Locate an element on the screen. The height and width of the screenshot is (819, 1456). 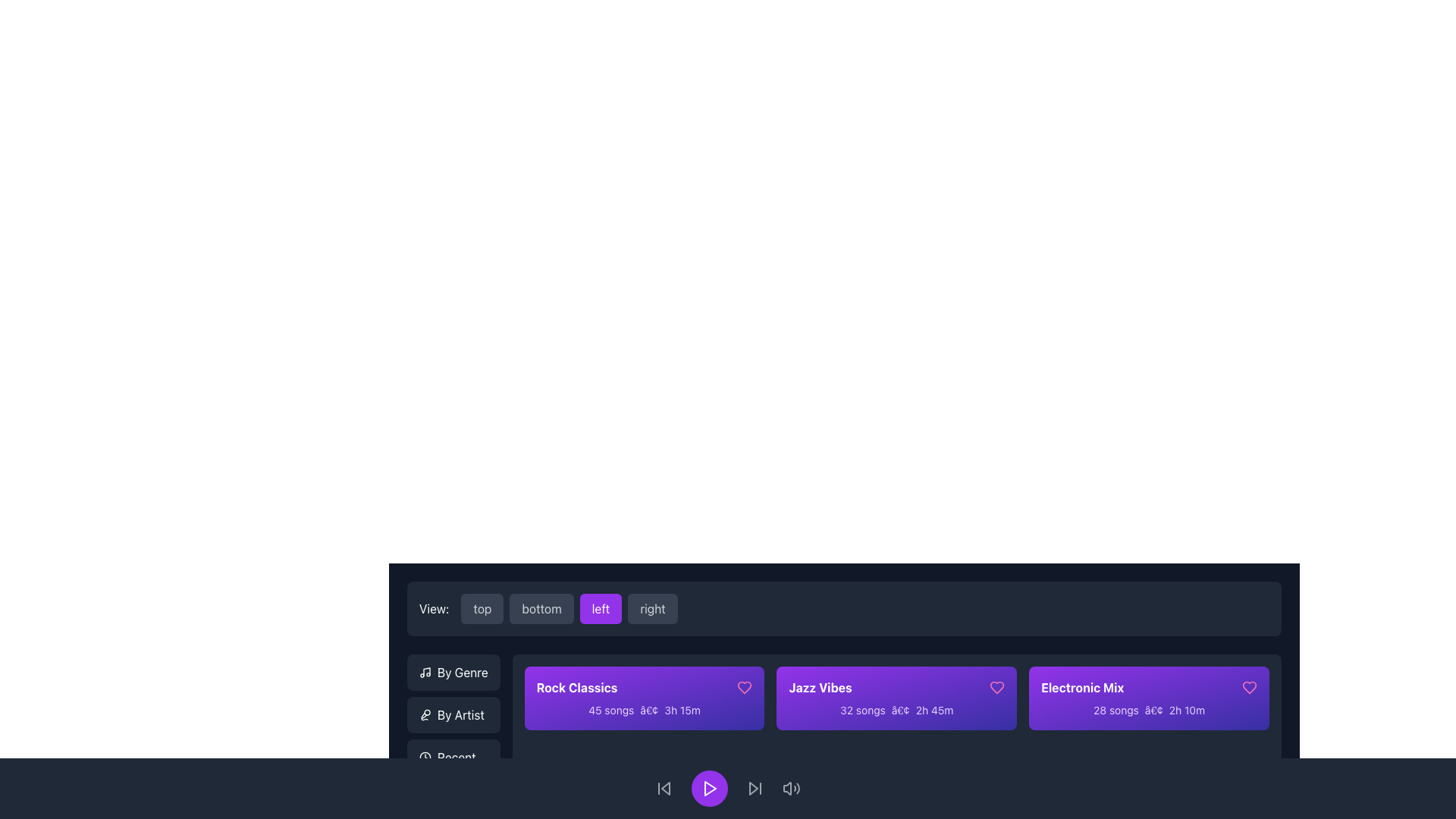
the dot symbol ('•') located between '45 songs' and '3h 15m' within the lower section of the purple card is located at coordinates (649, 710).